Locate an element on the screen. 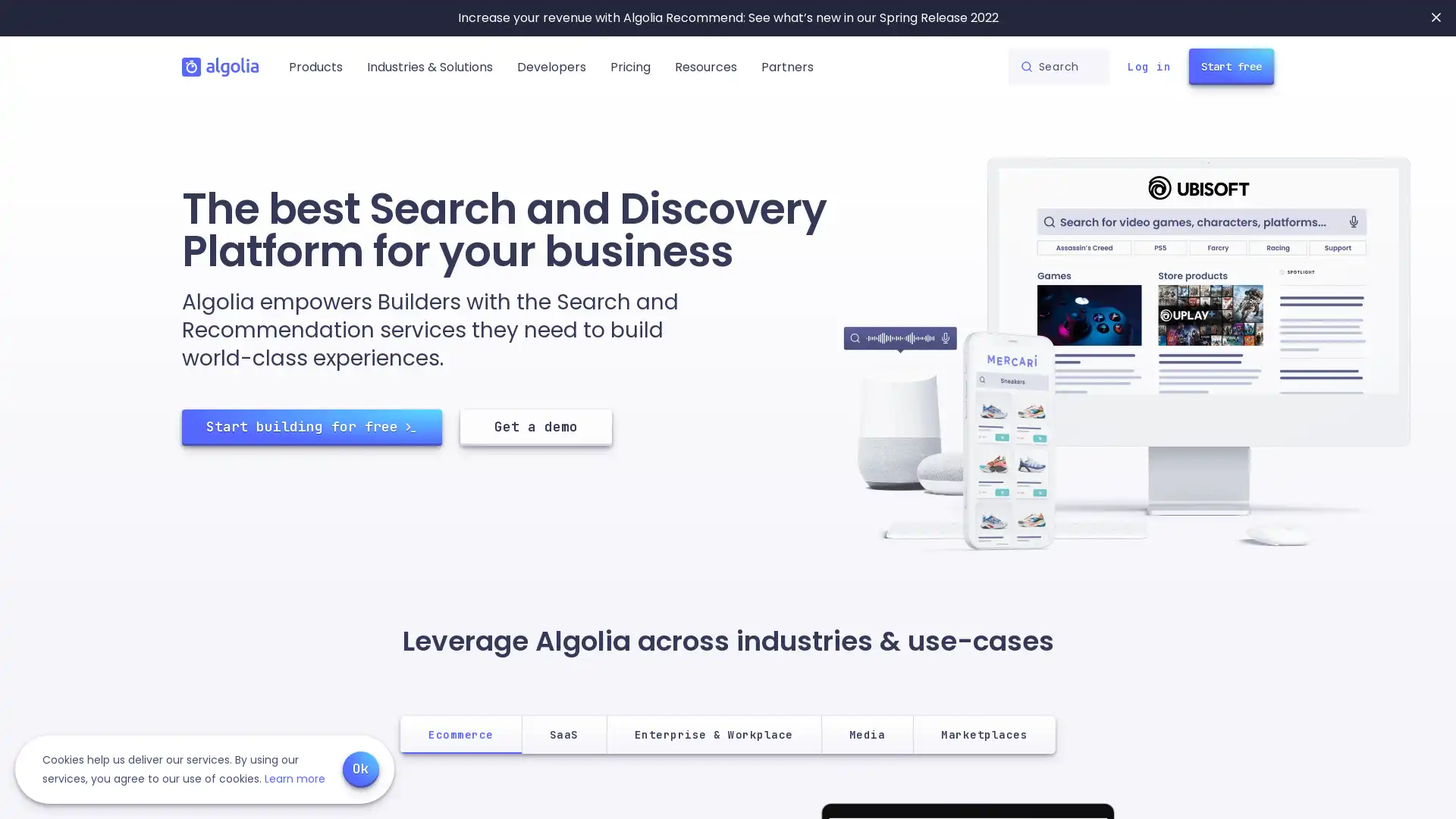 This screenshot has height=819, width=1456. Enterprise & Workplace is located at coordinates (712, 733).